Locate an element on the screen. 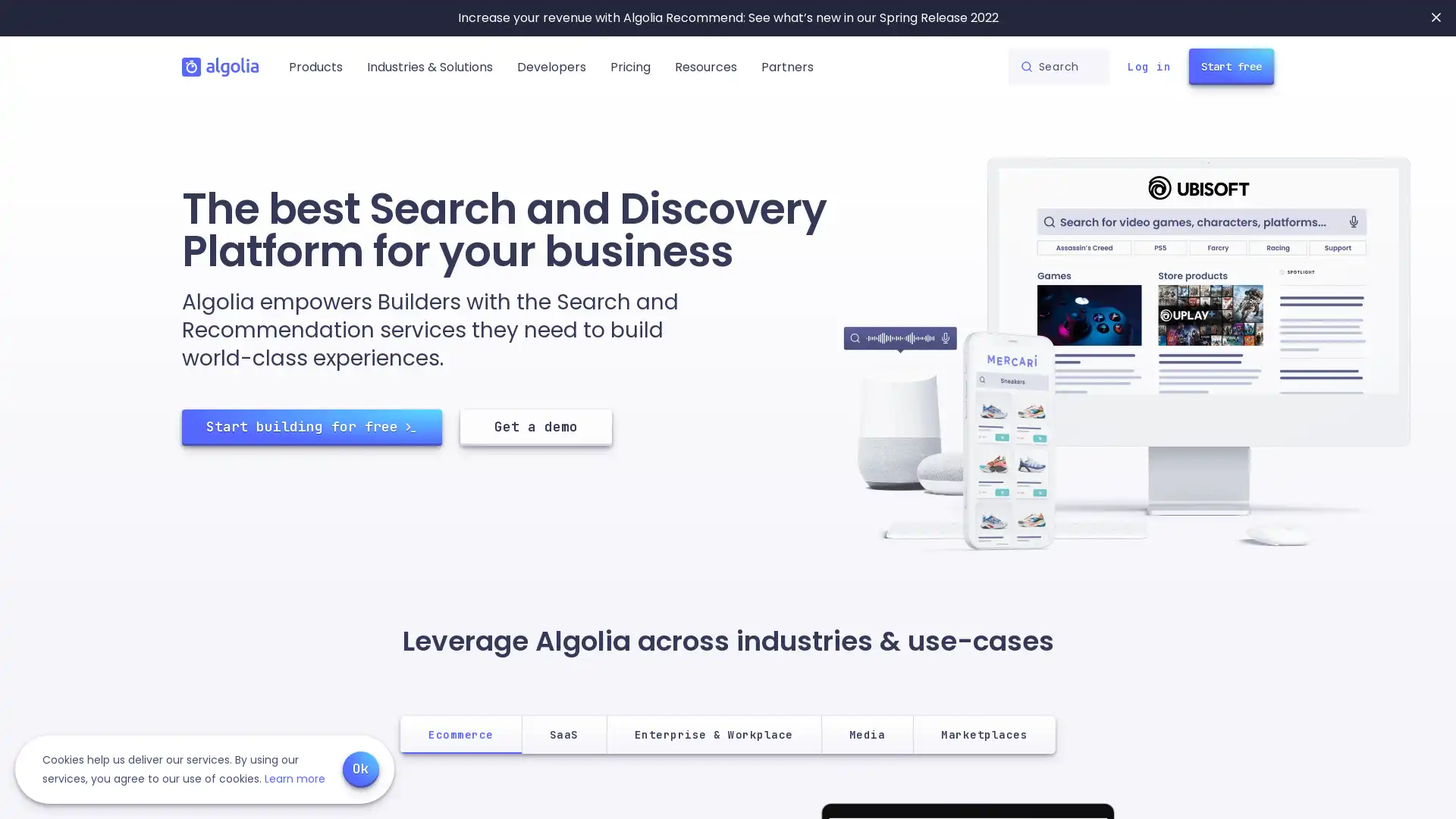 This screenshot has height=819, width=1456. Enterprise & Workplace is located at coordinates (712, 733).